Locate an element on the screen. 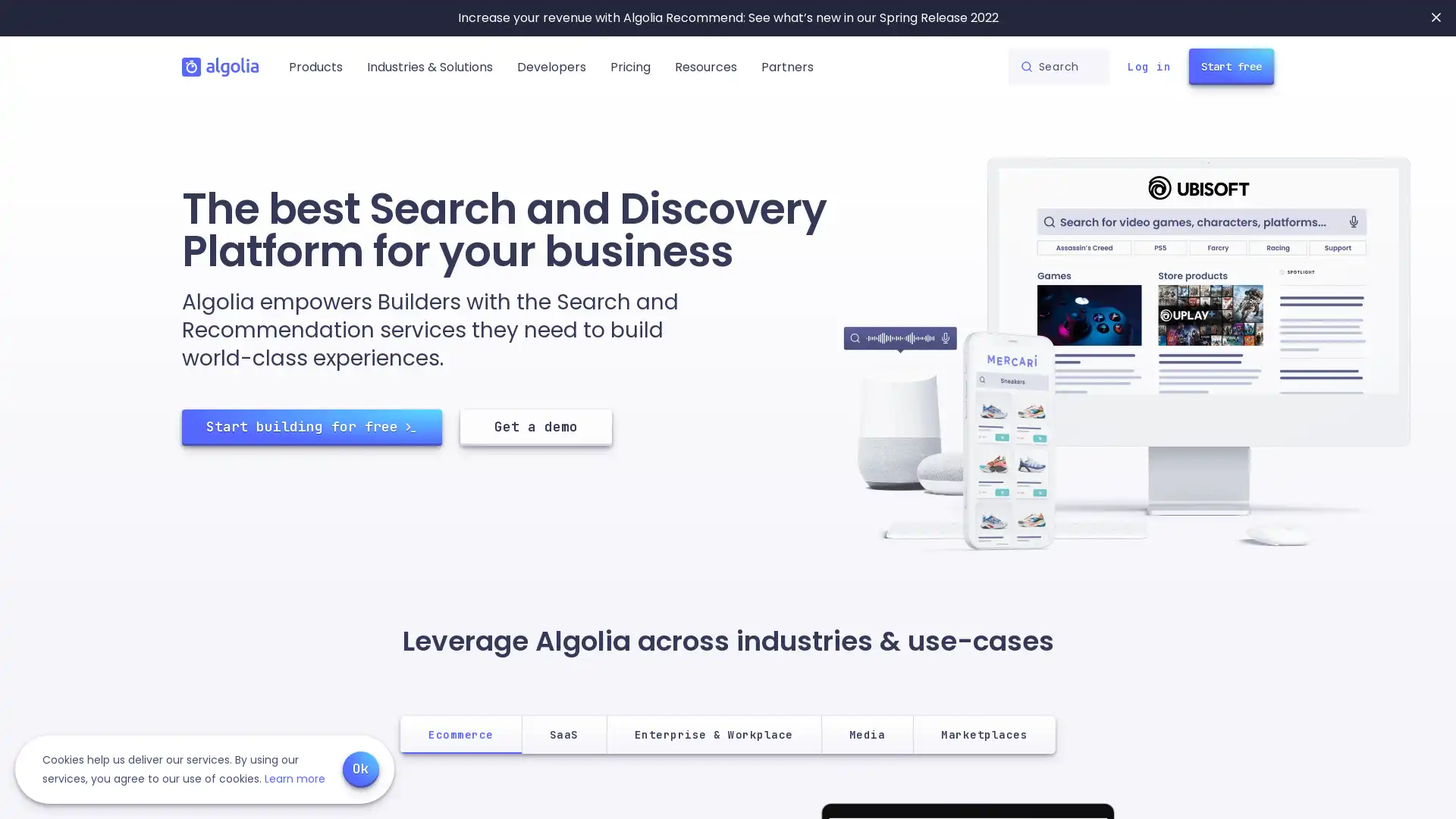 This screenshot has height=819, width=1456. Enterprise & Workplace is located at coordinates (712, 733).